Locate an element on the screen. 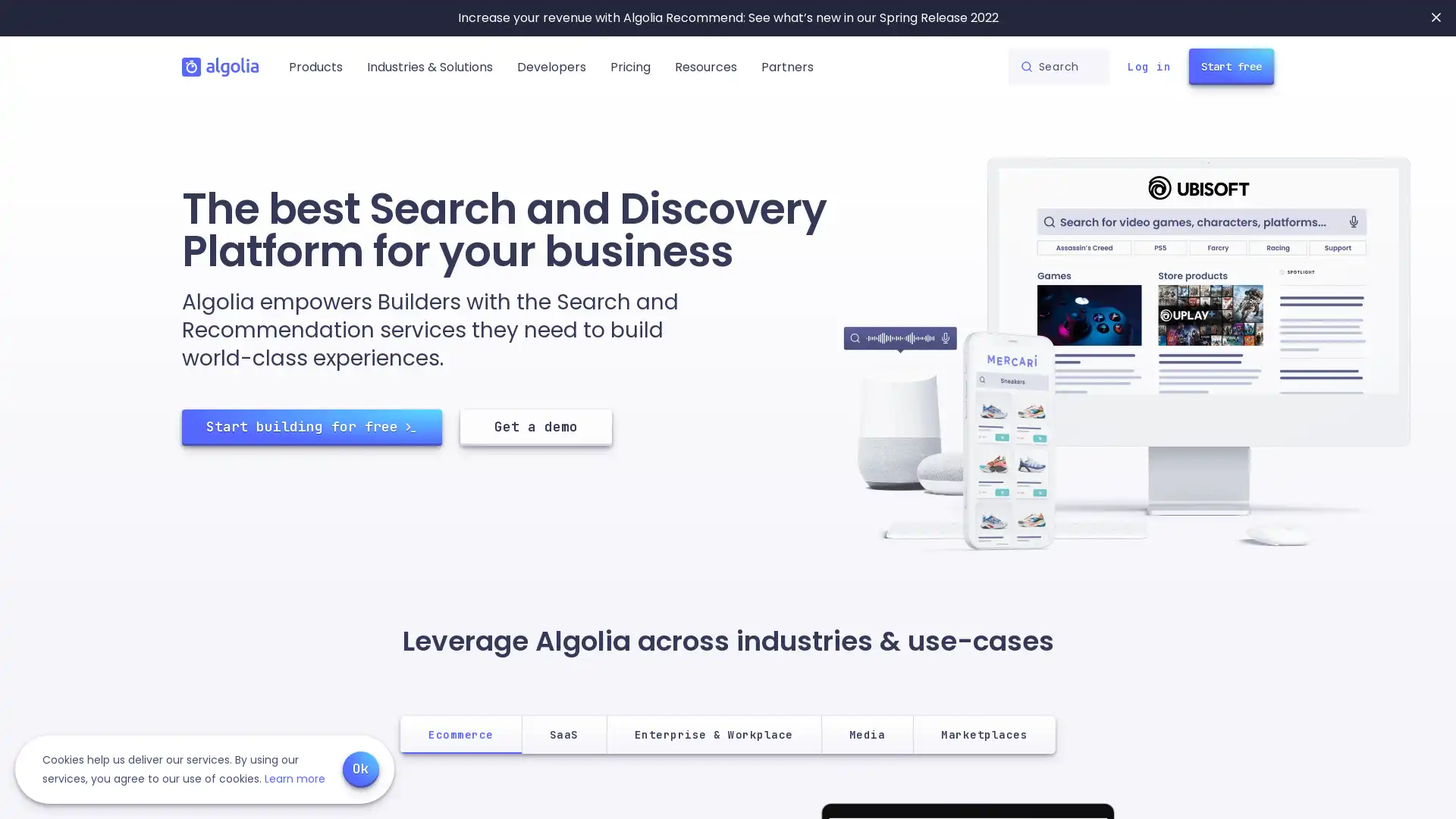 This screenshot has height=819, width=1456. Enterprise & Workplace is located at coordinates (712, 733).